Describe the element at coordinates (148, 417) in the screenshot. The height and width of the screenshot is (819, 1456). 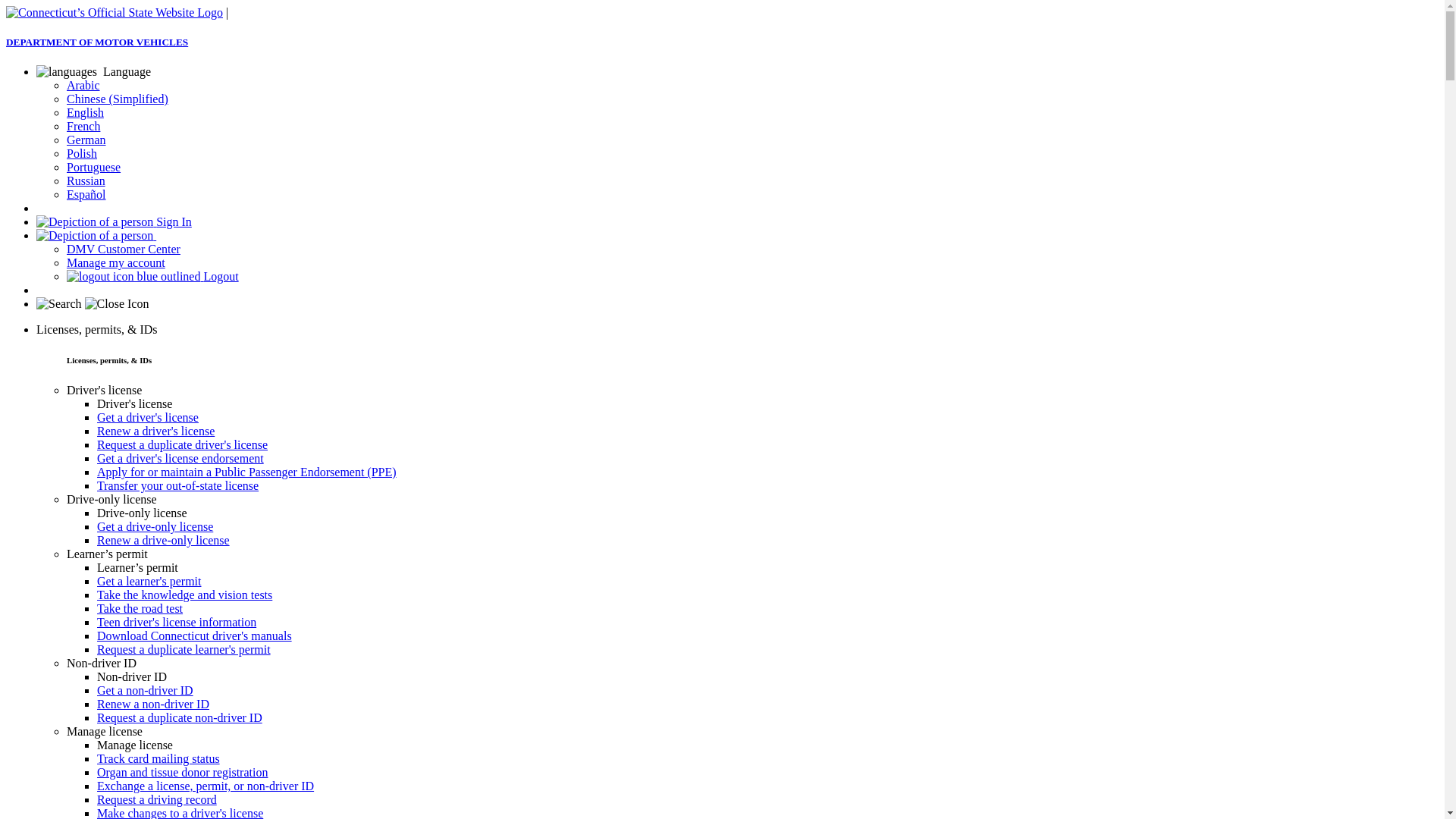
I see `'Get a driver's license'` at that location.